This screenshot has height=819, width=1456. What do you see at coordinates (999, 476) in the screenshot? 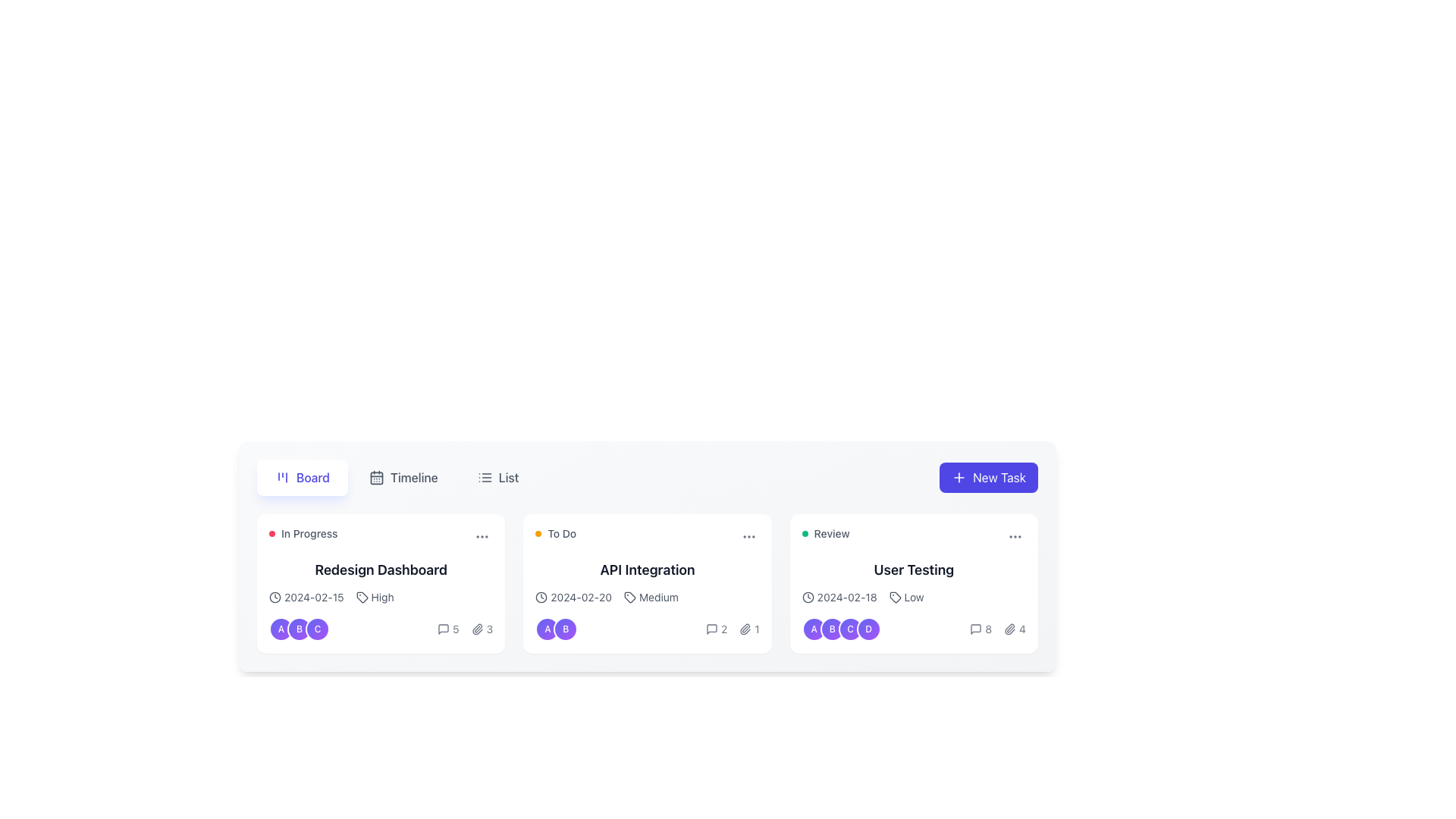
I see `the text label indicating the button that creates a new task, located on the right-most side of the interface` at bounding box center [999, 476].